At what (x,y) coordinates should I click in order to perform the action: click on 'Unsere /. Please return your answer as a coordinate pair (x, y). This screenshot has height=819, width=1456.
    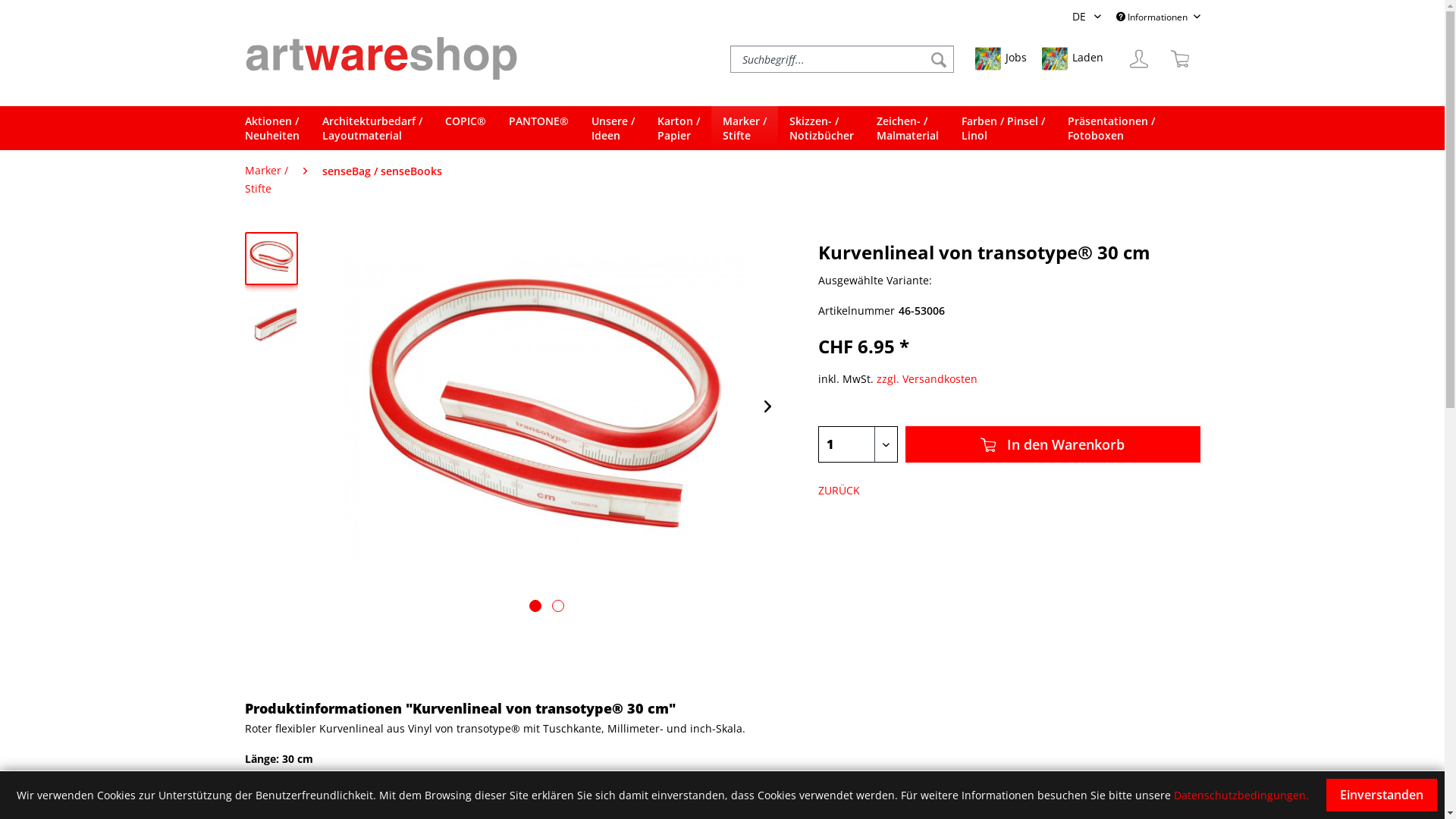
    Looking at the image, I should click on (612, 127).